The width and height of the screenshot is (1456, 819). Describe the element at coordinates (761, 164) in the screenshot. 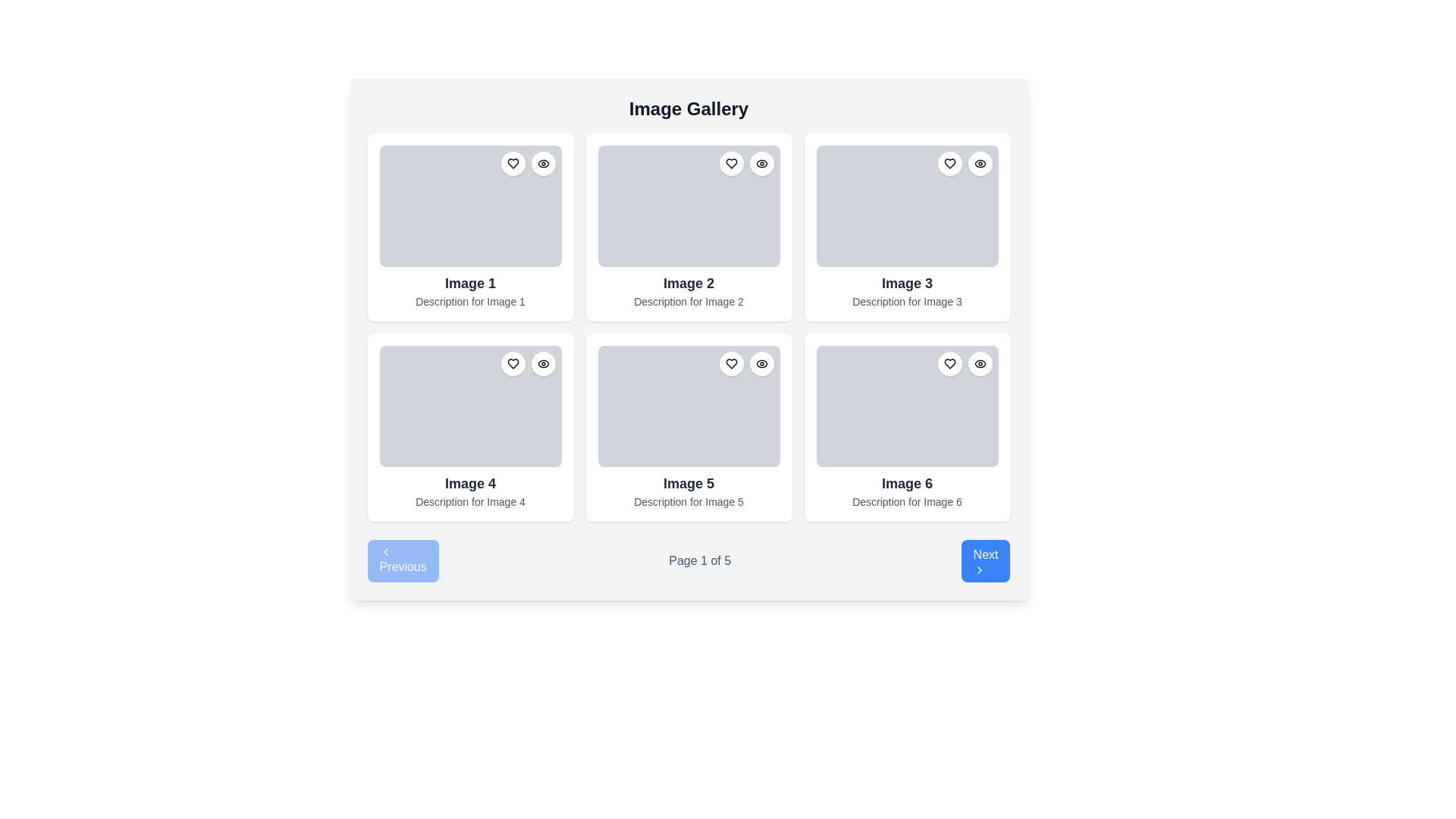

I see `the visibility toggle icon located in the top-right corner of the 'Image 2' tile` at that location.